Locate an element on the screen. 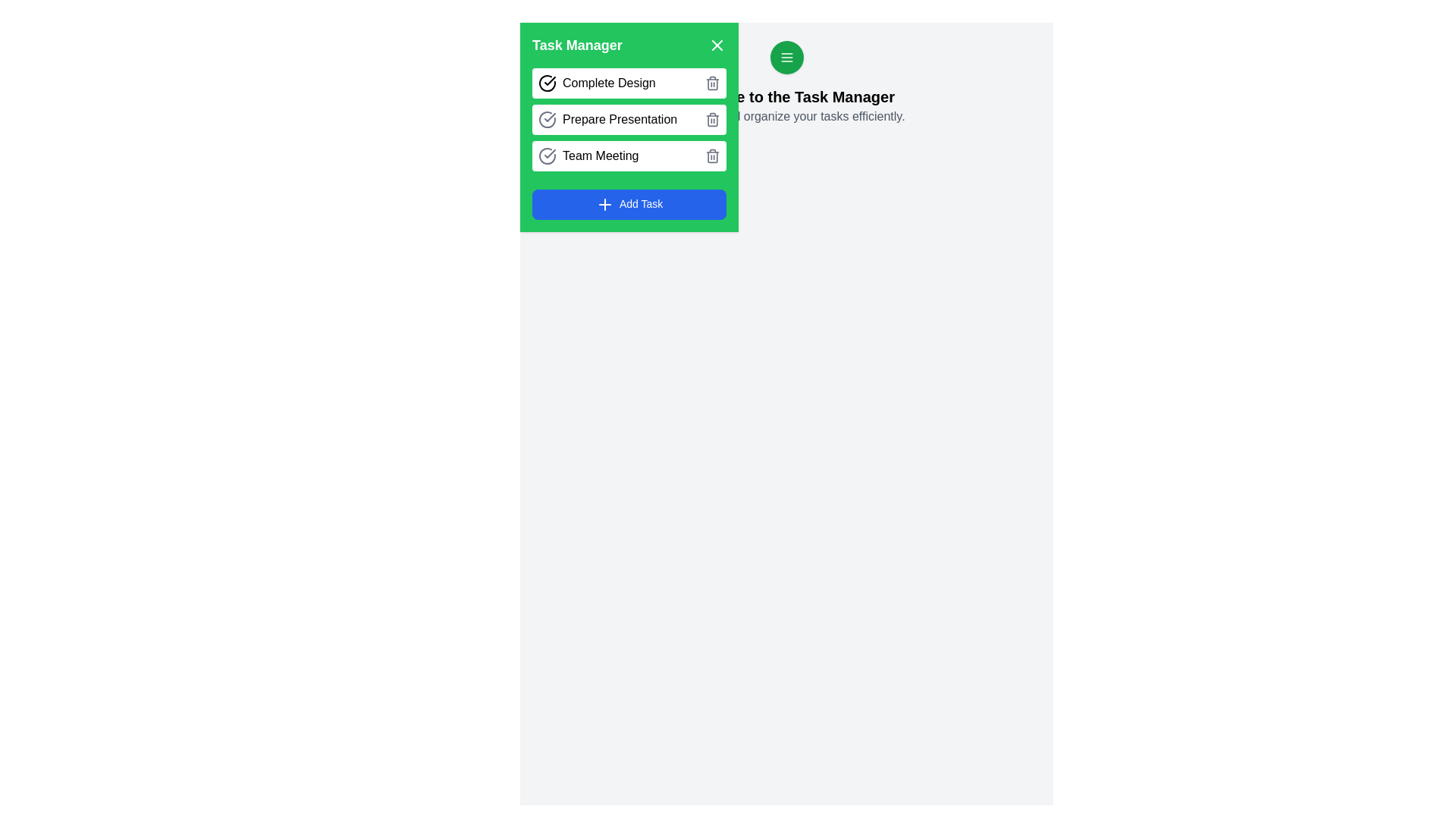 This screenshot has width=1456, height=819. the task with the name Team Meeting by clicking its delete button is located at coordinates (712, 155).